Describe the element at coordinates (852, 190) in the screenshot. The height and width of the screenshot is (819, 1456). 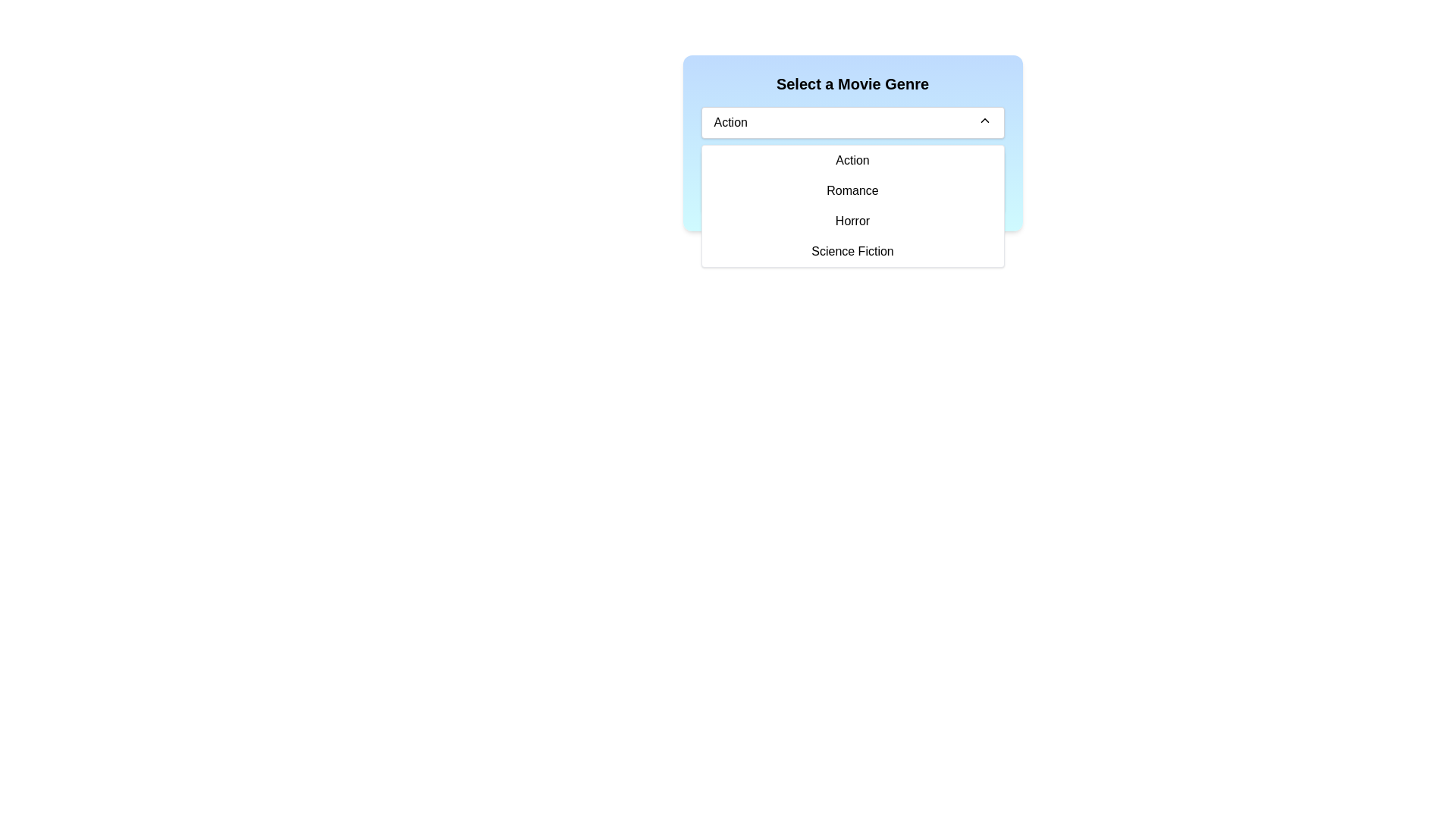
I see `the 'Romance' option in the dropdown menu` at that location.